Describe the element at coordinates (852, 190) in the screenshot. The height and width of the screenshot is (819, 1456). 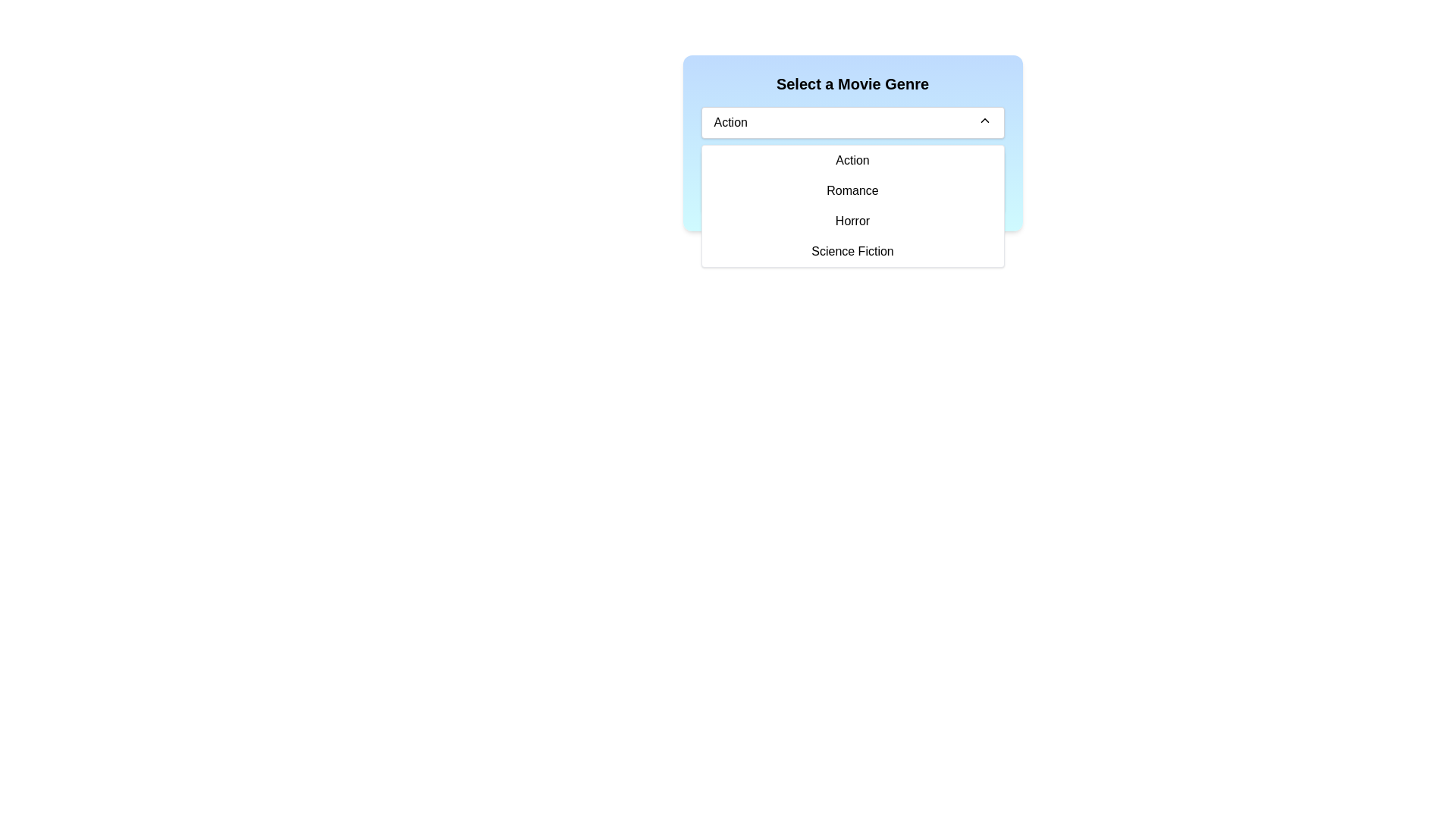
I see `the 'Romance' option in the dropdown menu` at that location.